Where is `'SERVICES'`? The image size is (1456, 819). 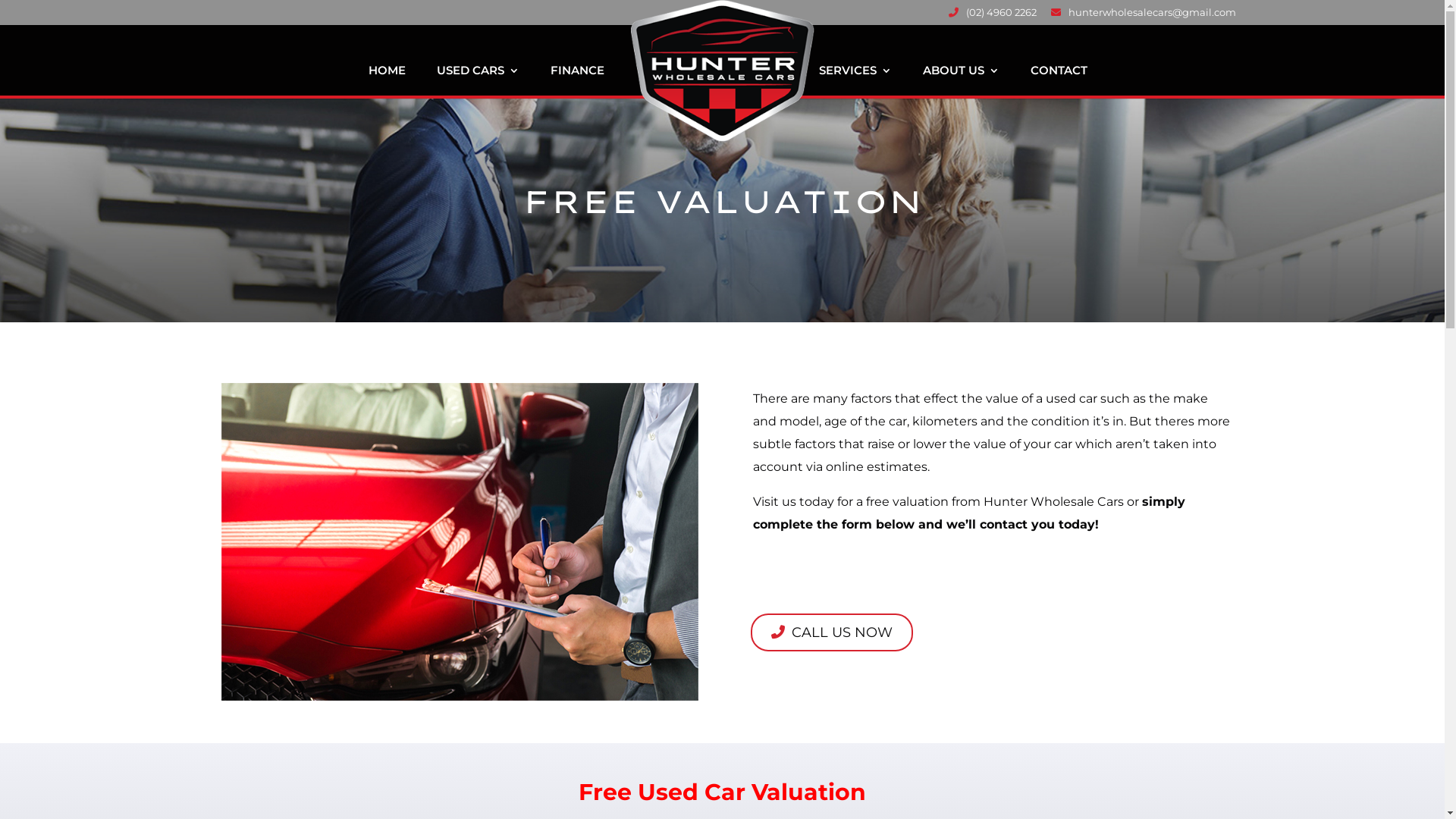
'SERVICES' is located at coordinates (855, 82).